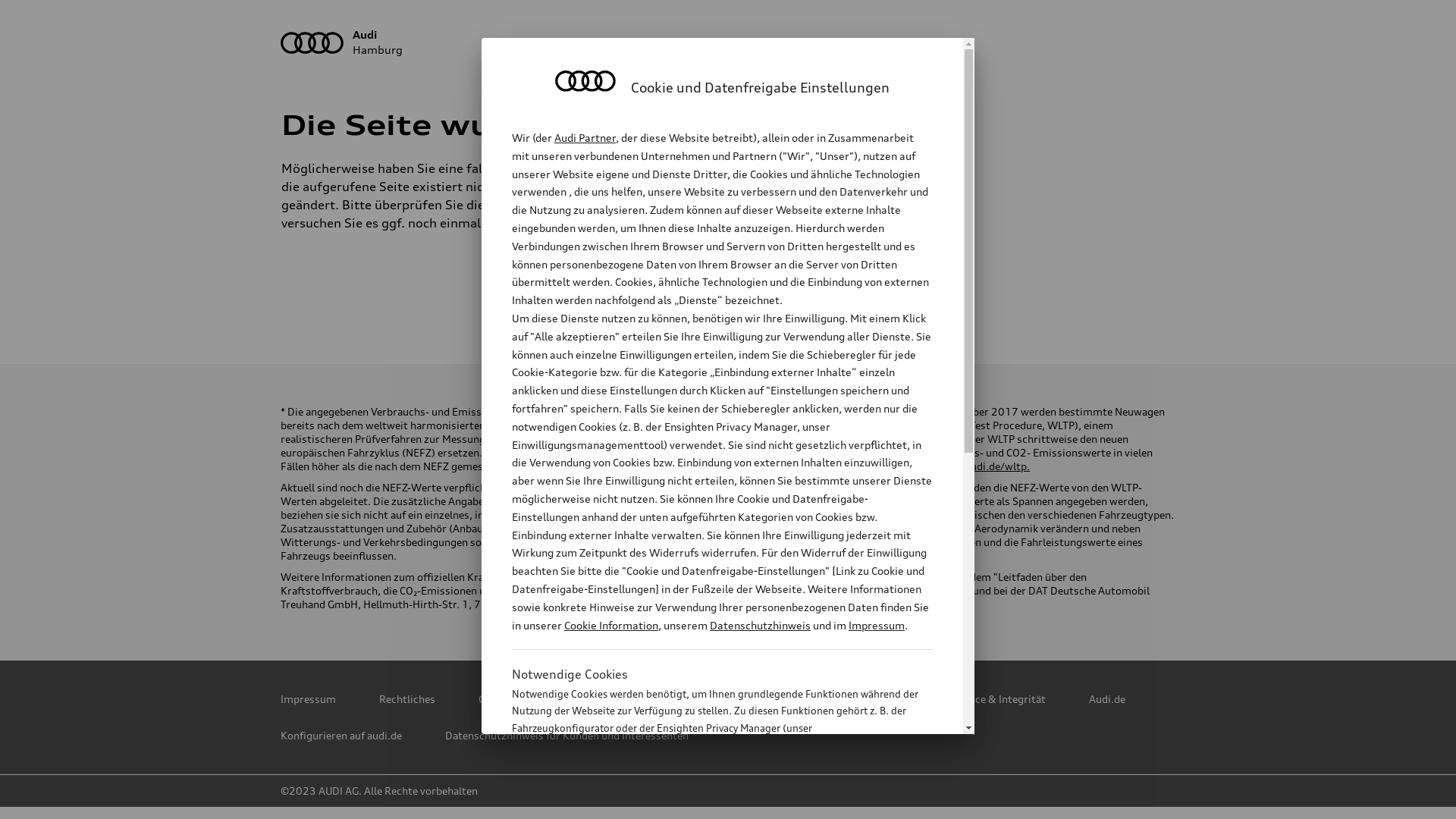 The image size is (1456, 819). What do you see at coordinates (557, 698) in the screenshot?
I see `'Copyright & Haftungsausschluss'` at bounding box center [557, 698].